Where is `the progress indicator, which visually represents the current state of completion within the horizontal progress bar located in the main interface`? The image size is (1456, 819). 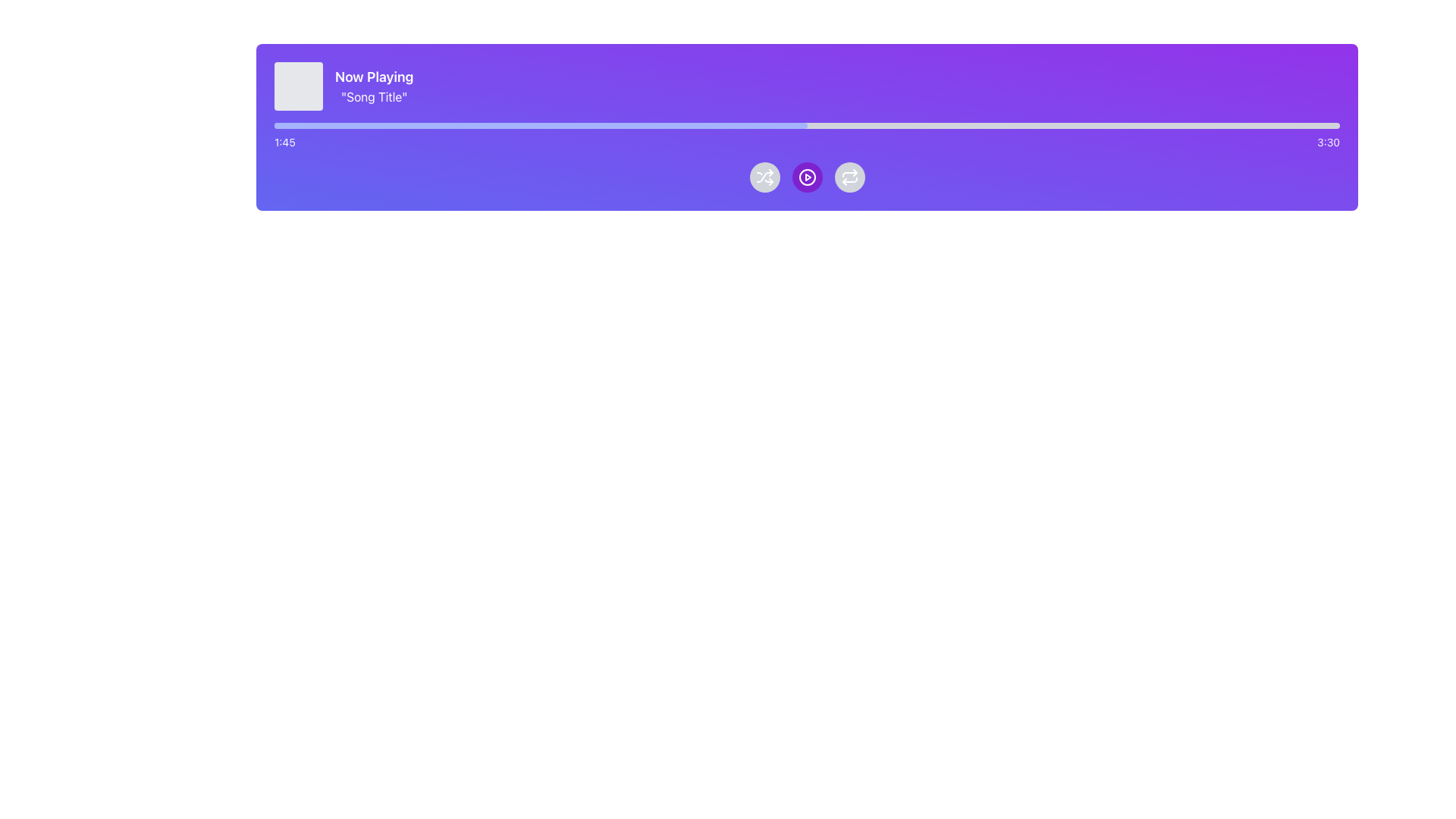 the progress indicator, which visually represents the current state of completion within the horizontal progress bar located in the main interface is located at coordinates (541, 124).